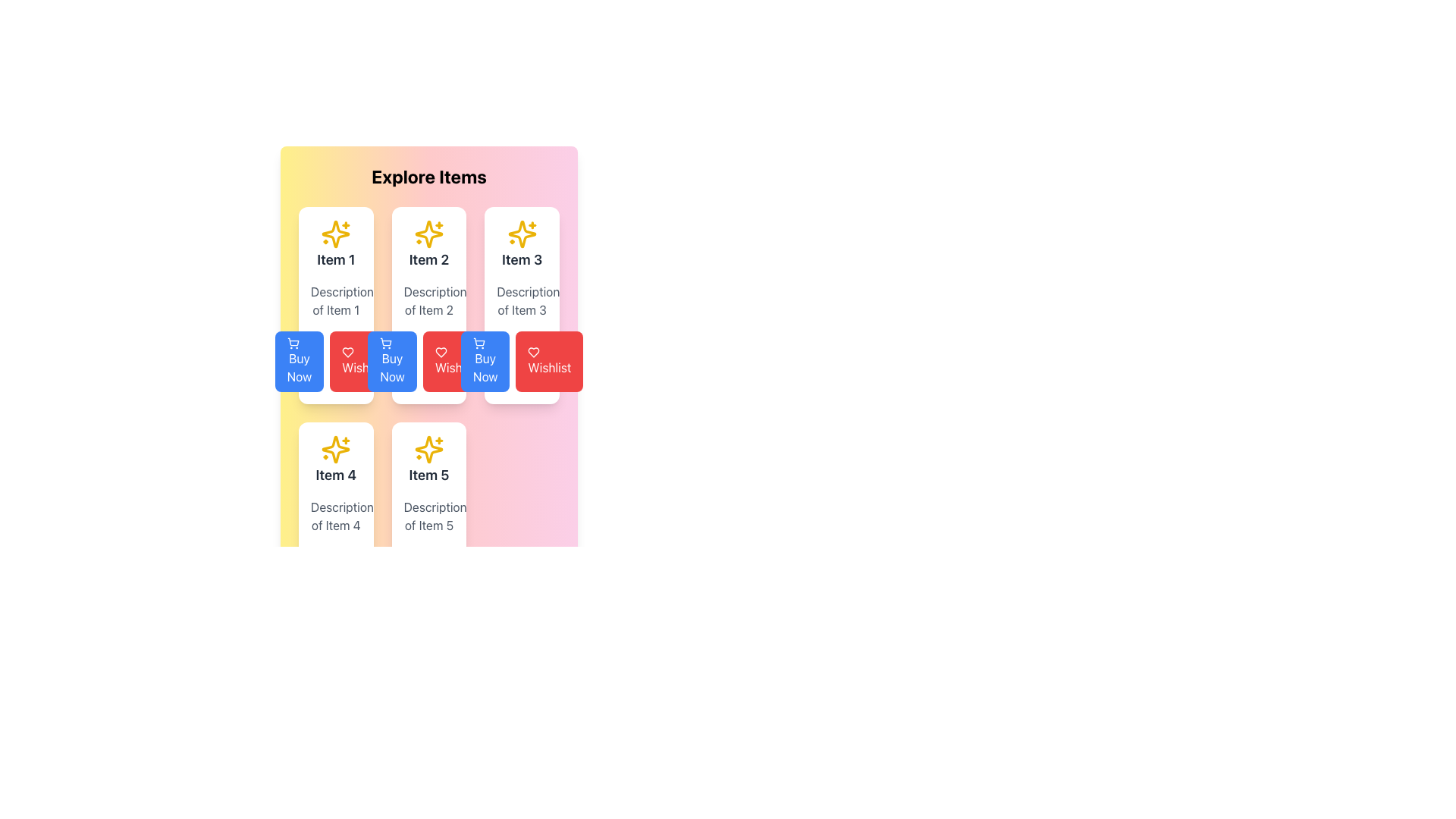  I want to click on the decorative icon located in the top-left card labeled 'Item 1' in the grid, which symbolizes a featured or special status for the item, so click(335, 234).